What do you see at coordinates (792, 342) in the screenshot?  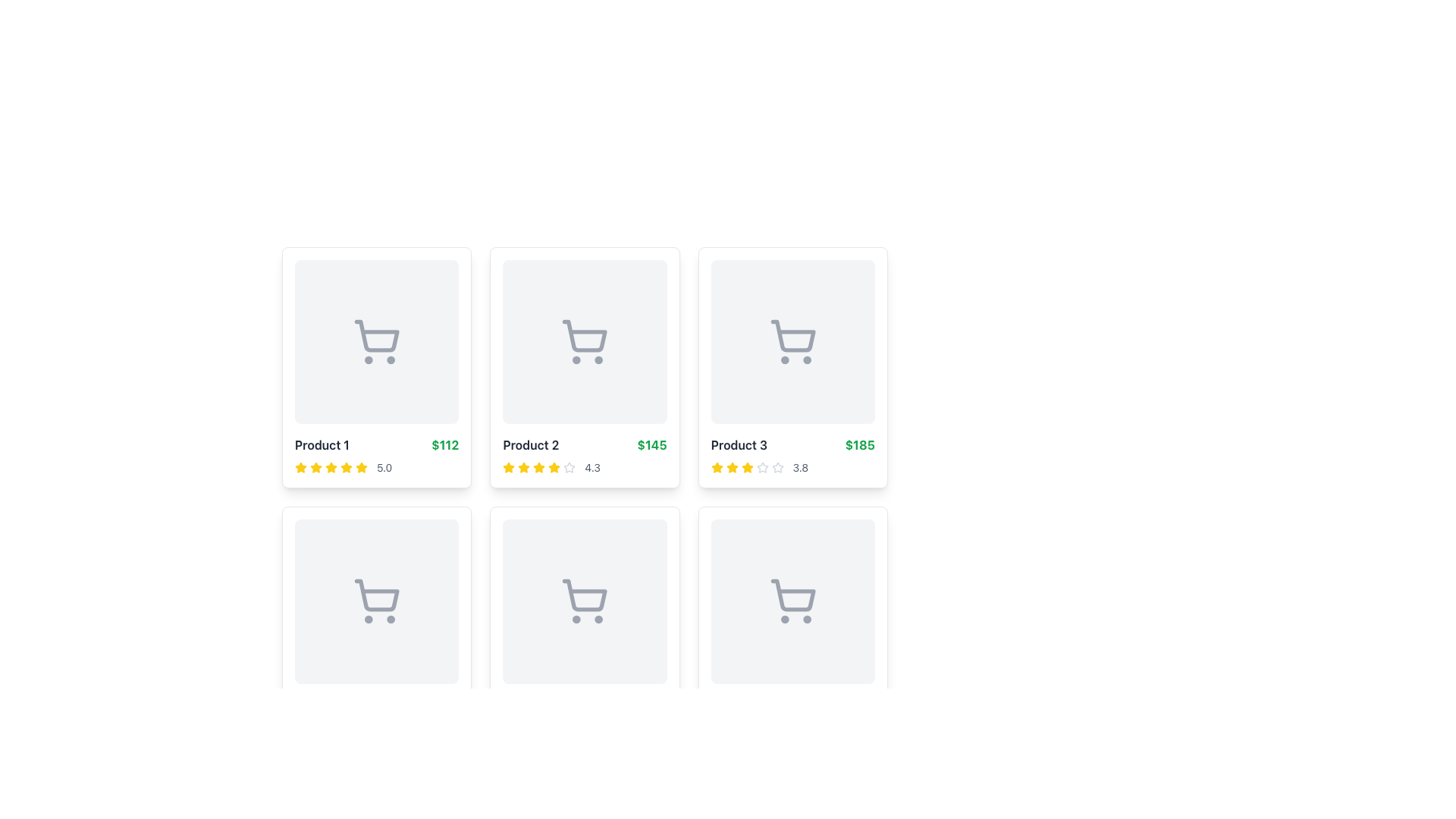 I see `the shopping cart icon for 'Product 3' located in the first row, third column of the grid layout for more information` at bounding box center [792, 342].